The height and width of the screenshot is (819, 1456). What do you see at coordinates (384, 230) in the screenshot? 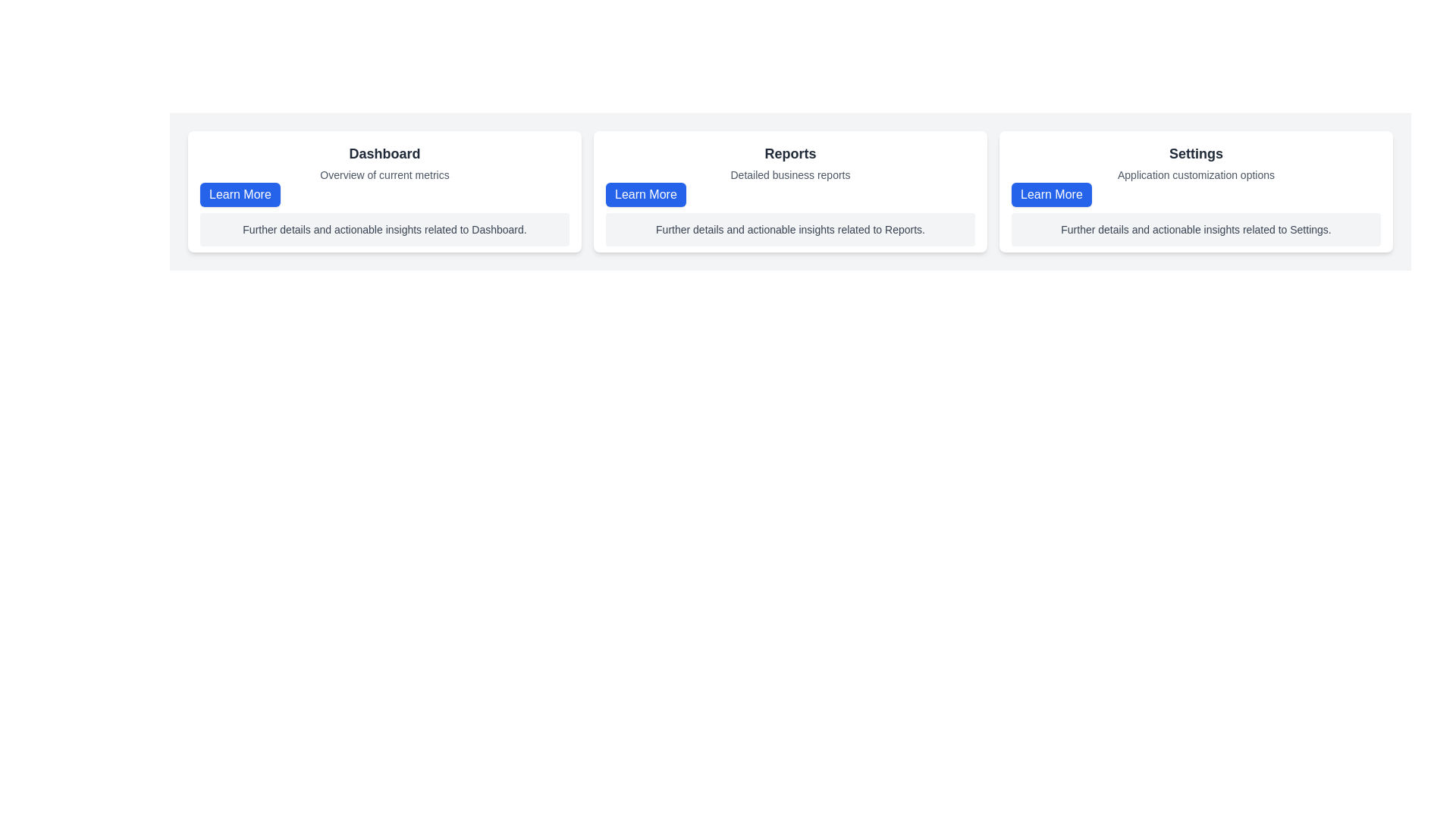
I see `the text label located centrally in the lower portion of the white card layout under the heading 'Dashboard' and above the 'Learn More' button` at bounding box center [384, 230].